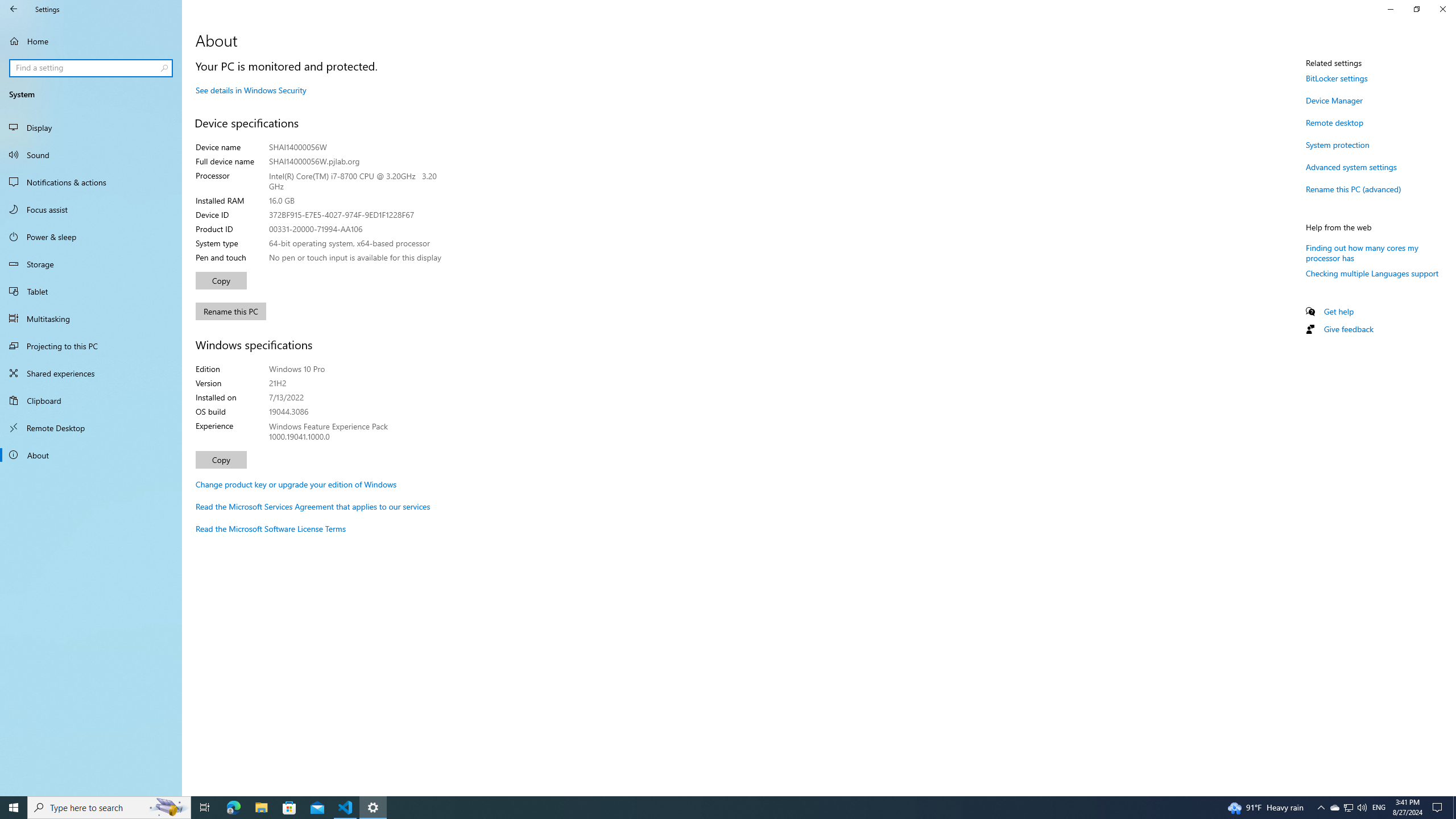 The width and height of the screenshot is (1456, 819). Describe the element at coordinates (1352, 189) in the screenshot. I see `'Rename this PC (advanced)'` at that location.